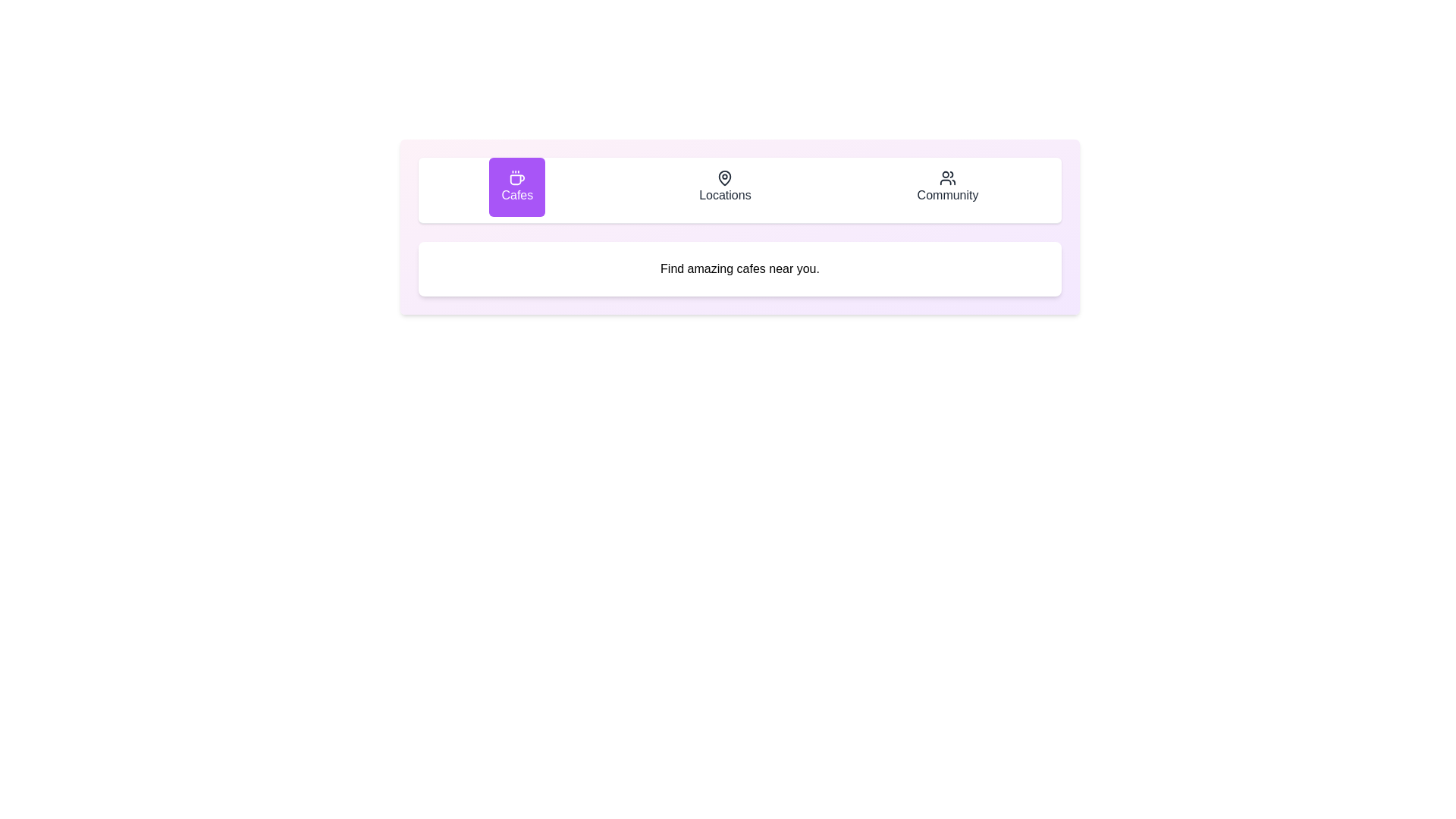  Describe the element at coordinates (947, 195) in the screenshot. I see `the last text label in the navigation menu that likely leads to a community-oriented page or section` at that location.